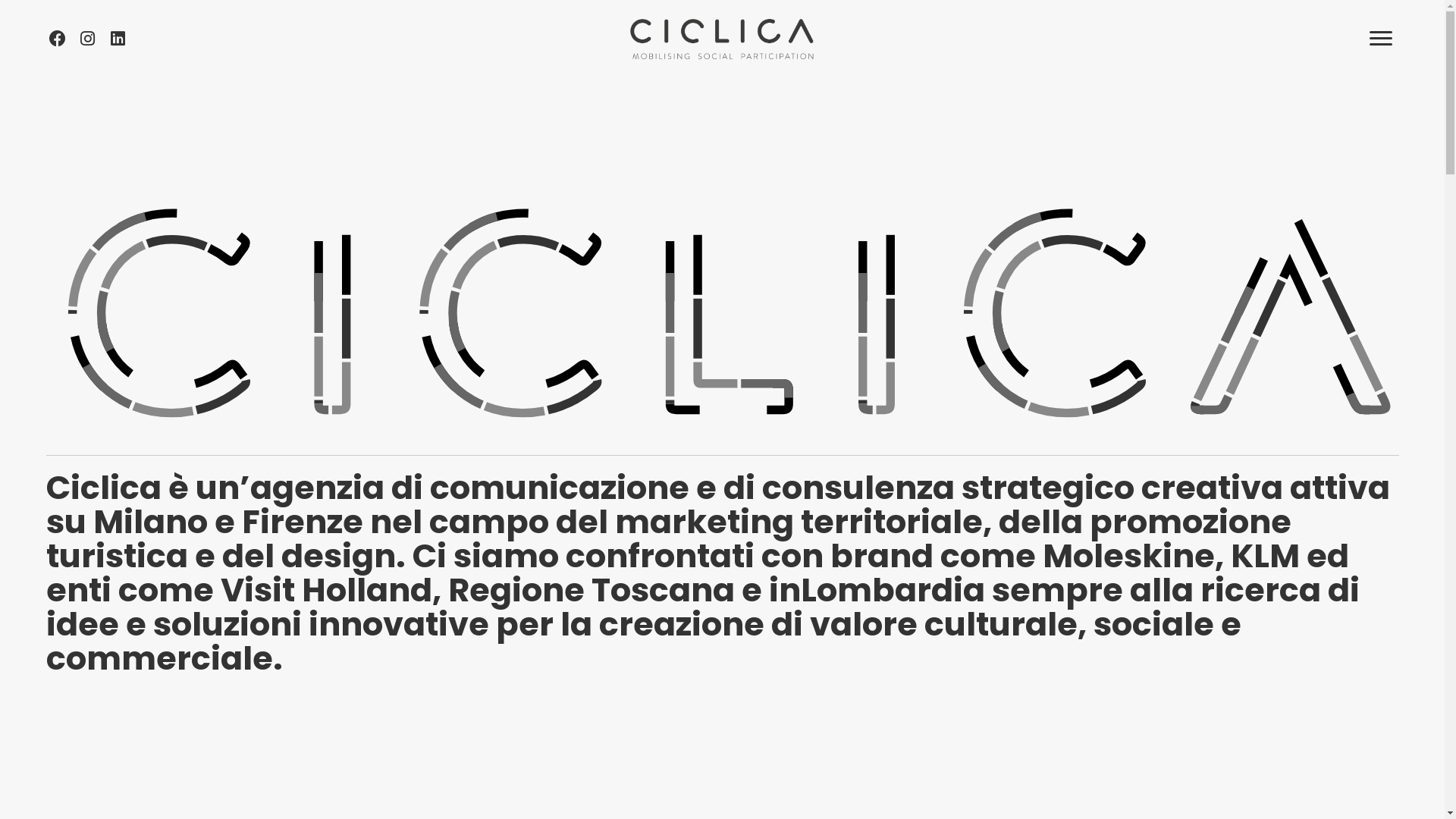  What do you see at coordinates (116, 37) in the screenshot?
I see `'LinkedIn'` at bounding box center [116, 37].